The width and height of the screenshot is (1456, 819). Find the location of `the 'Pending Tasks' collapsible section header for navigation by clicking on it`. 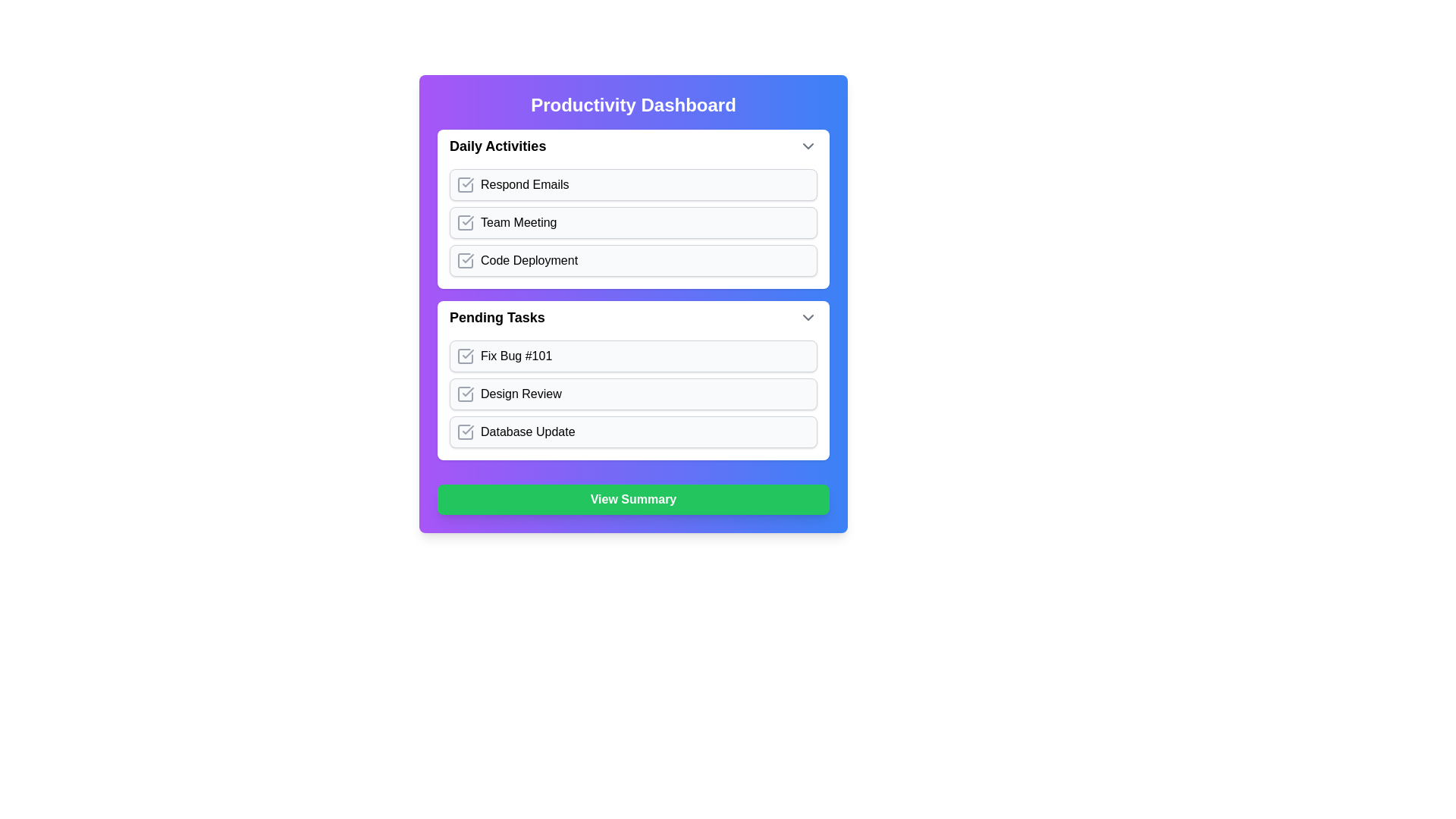

the 'Pending Tasks' collapsible section header for navigation by clicking on it is located at coordinates (633, 317).